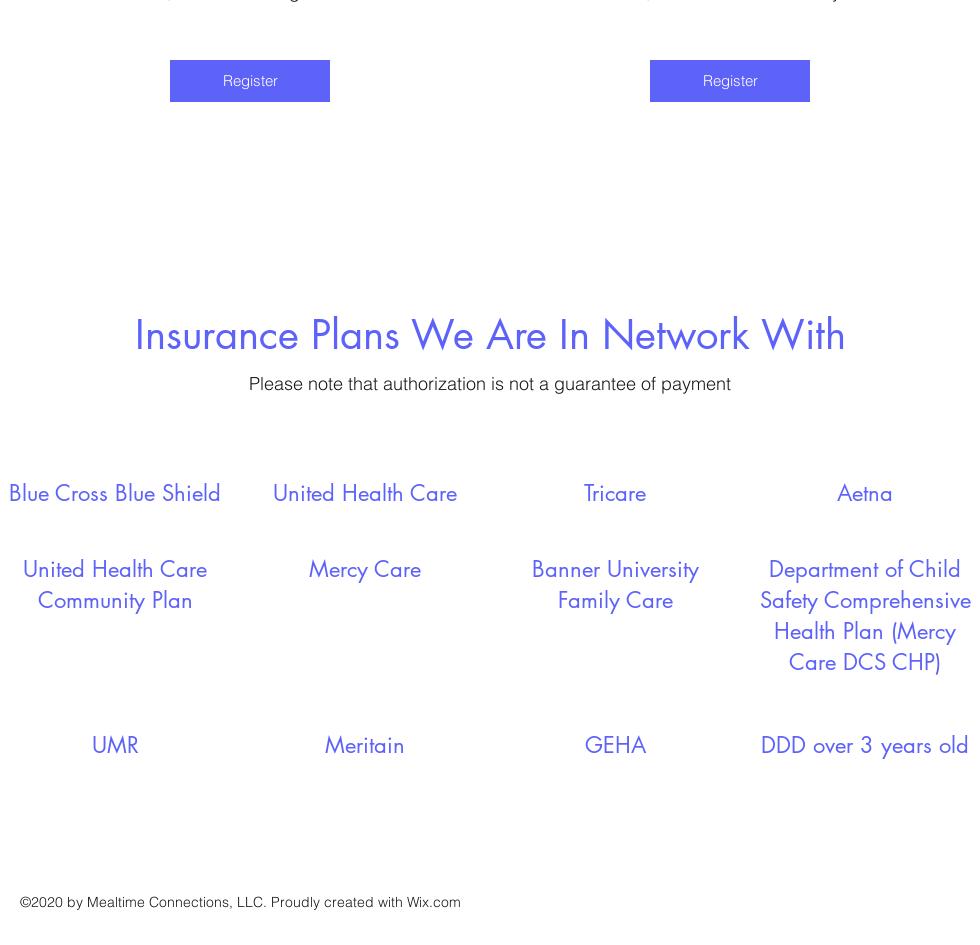 The height and width of the screenshot is (945, 980). What do you see at coordinates (865, 742) in the screenshot?
I see `'DDD over 3 years old'` at bounding box center [865, 742].